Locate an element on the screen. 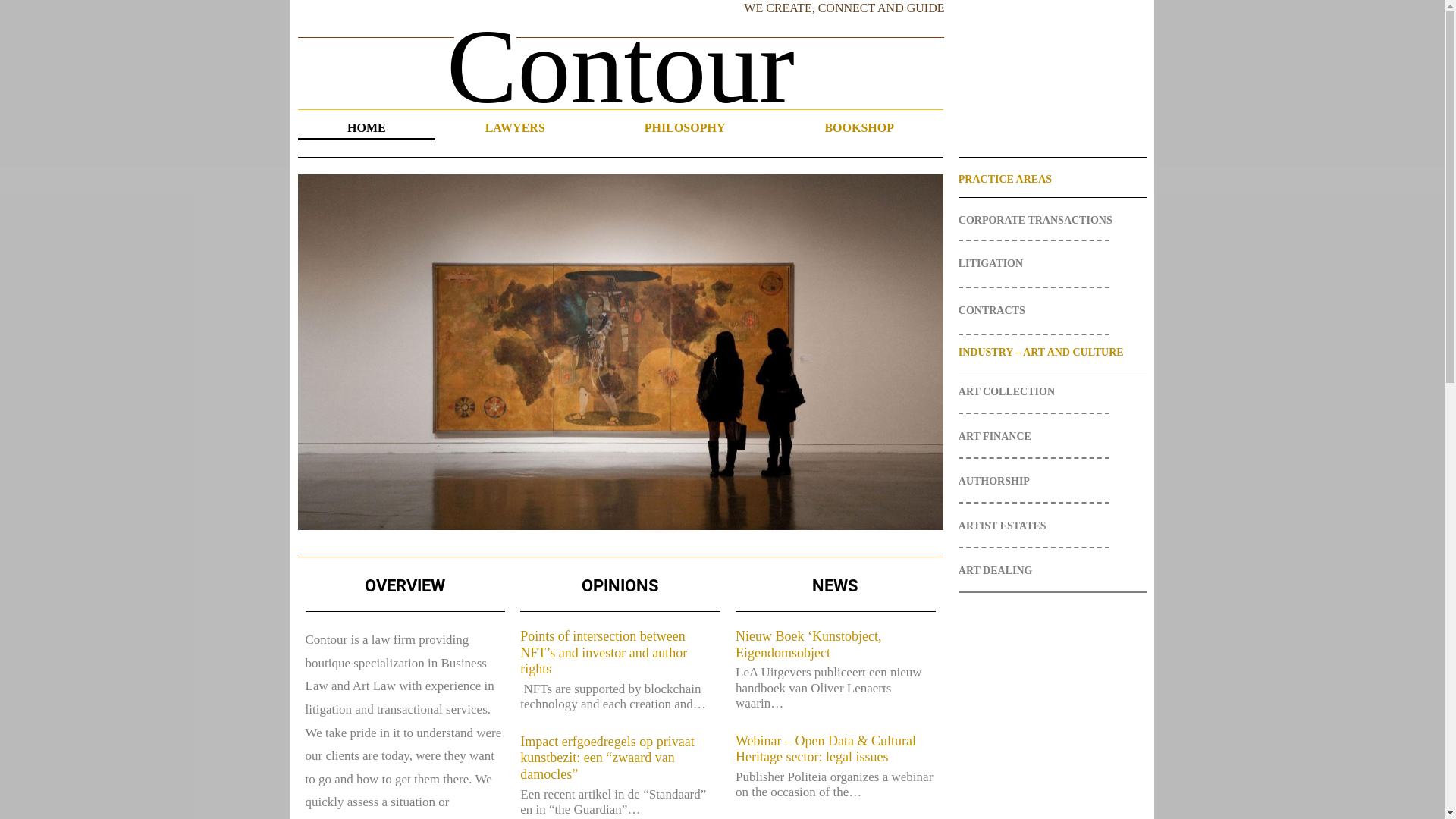  'ART COLLECTION' is located at coordinates (1052, 391).